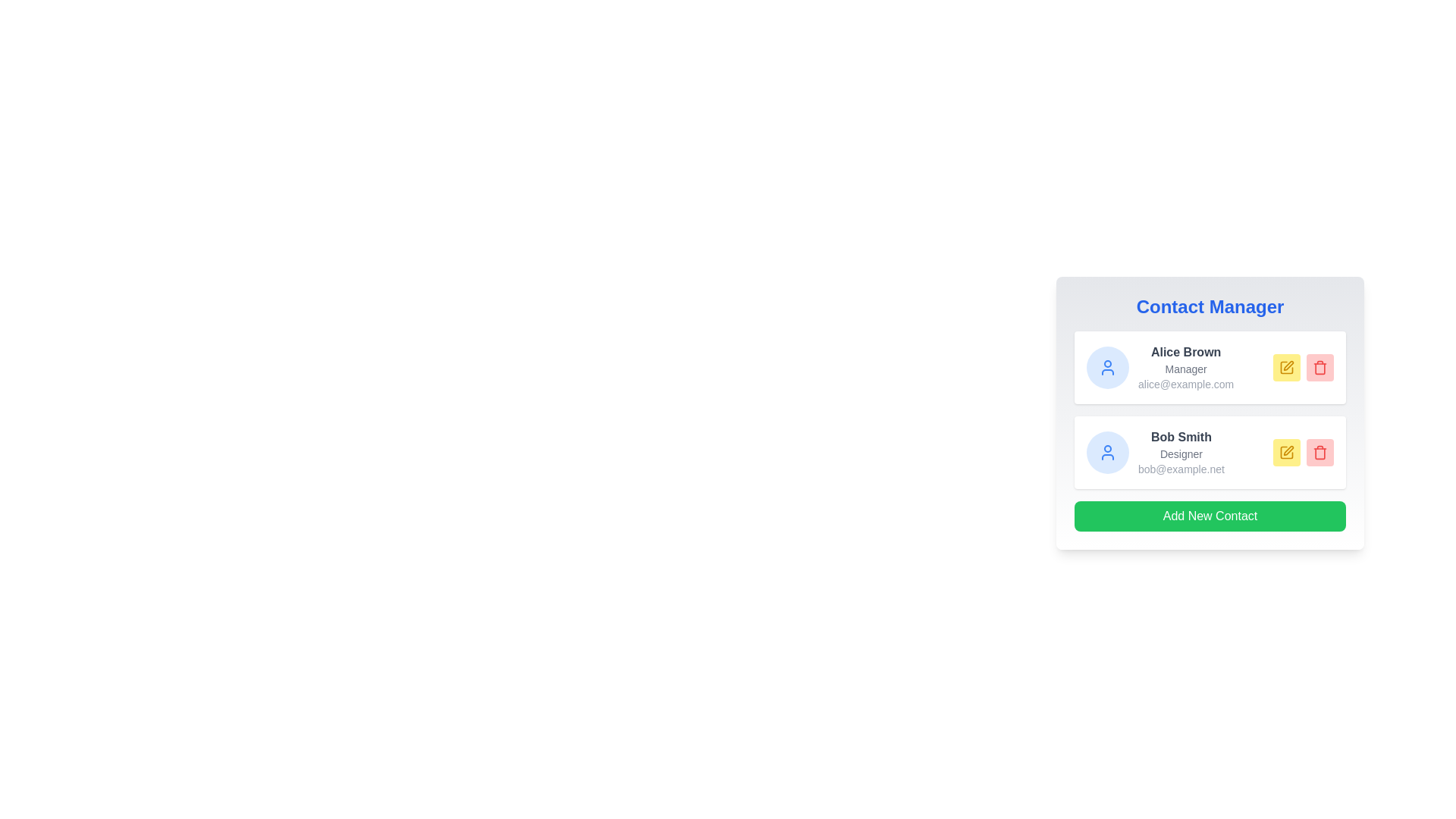  Describe the element at coordinates (1319, 452) in the screenshot. I see `trash button next to the contact named Bob Smith` at that location.